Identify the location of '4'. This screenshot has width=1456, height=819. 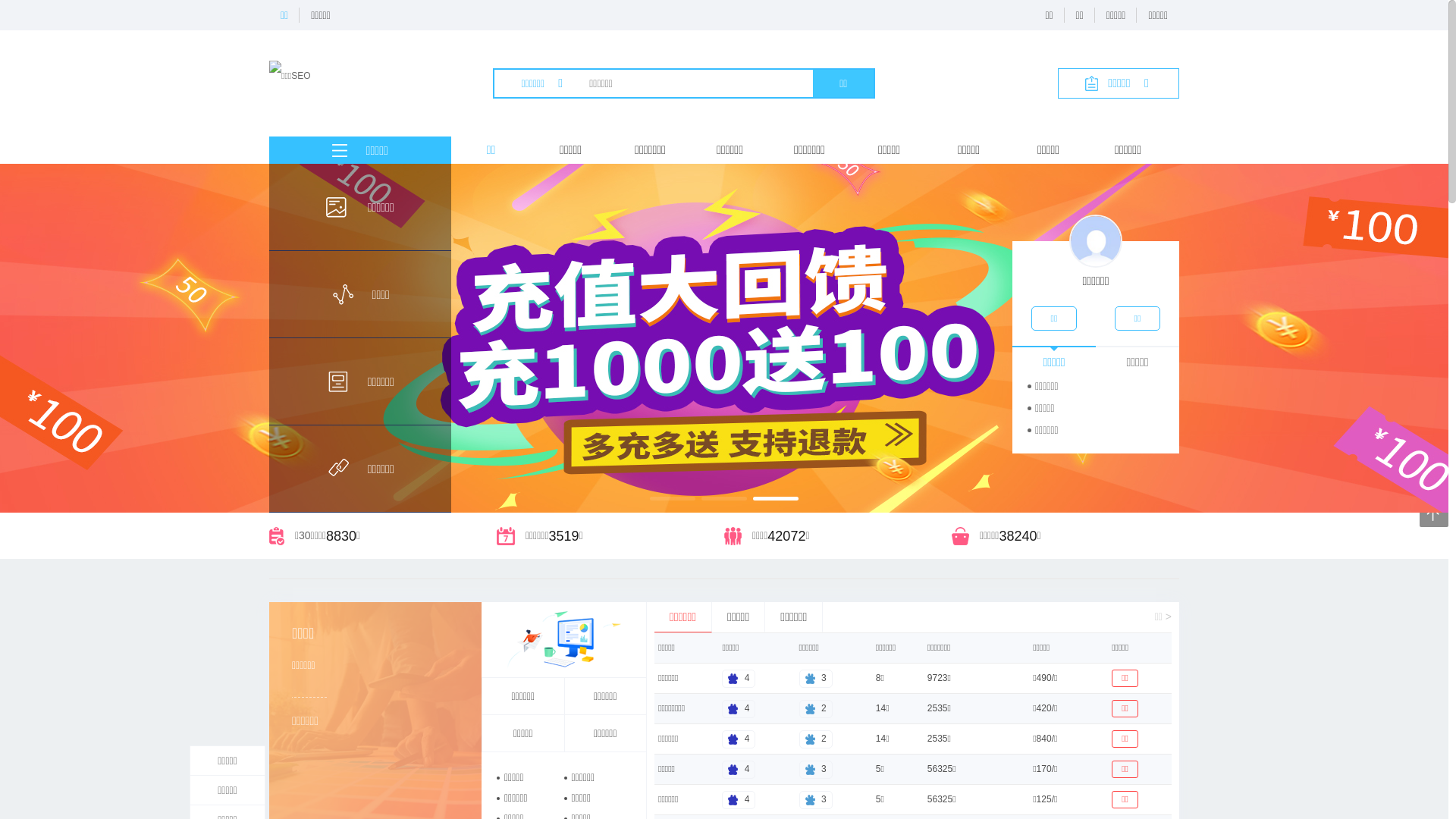
(739, 708).